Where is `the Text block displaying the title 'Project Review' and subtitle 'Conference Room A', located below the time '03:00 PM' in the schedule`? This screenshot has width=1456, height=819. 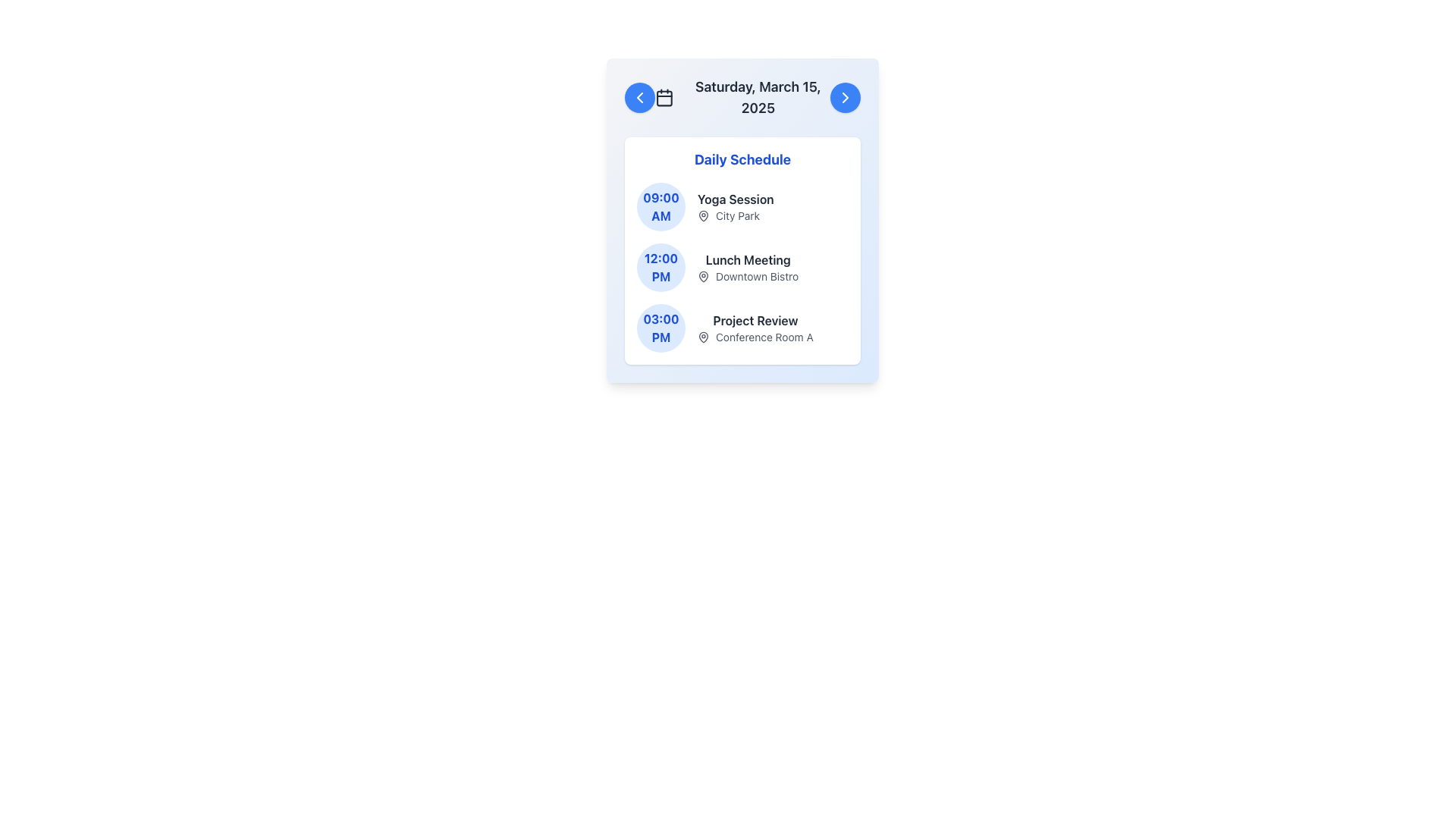
the Text block displaying the title 'Project Review' and subtitle 'Conference Room A', located below the time '03:00 PM' in the schedule is located at coordinates (755, 327).